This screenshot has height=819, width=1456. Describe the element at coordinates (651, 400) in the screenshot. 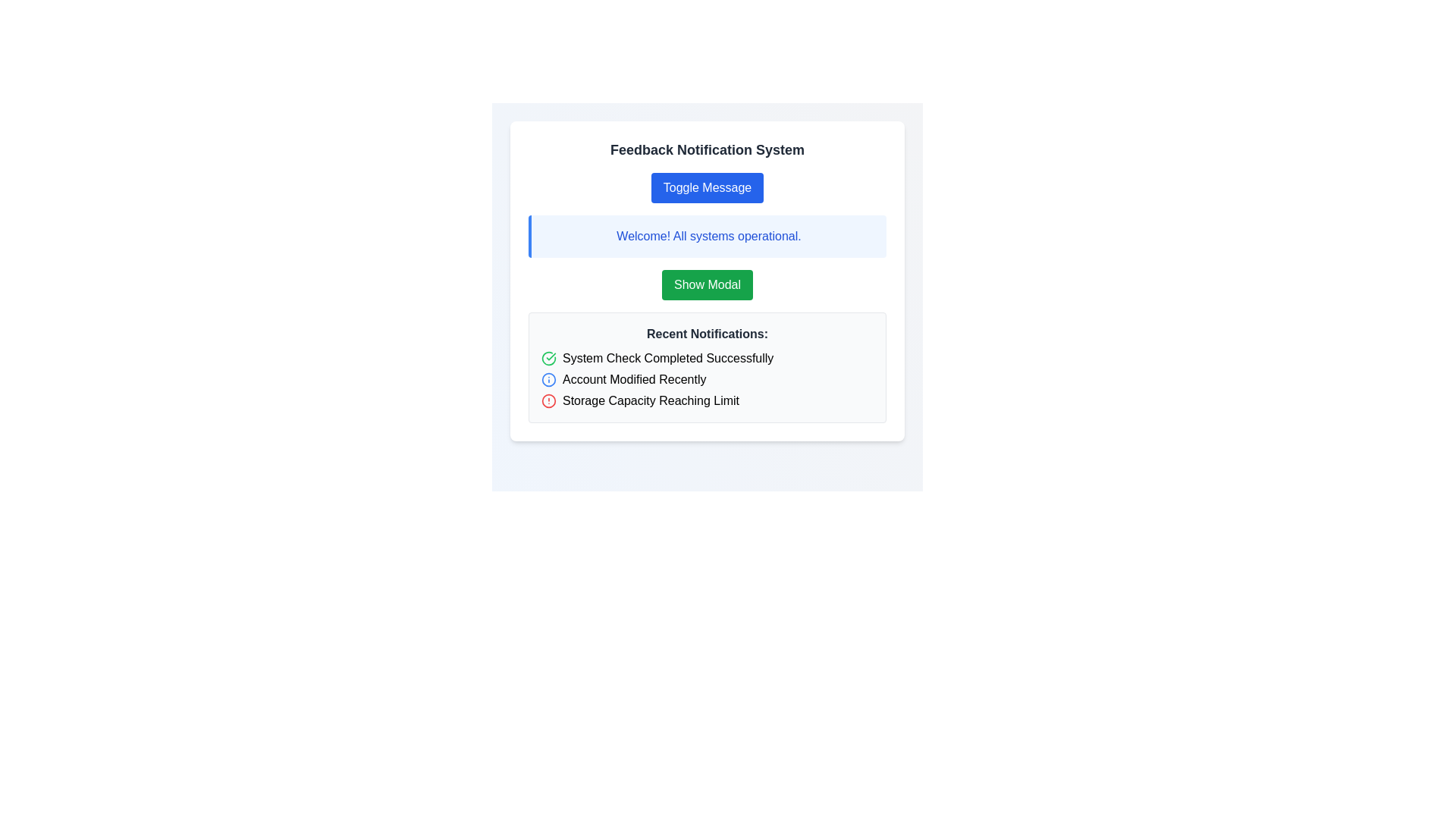

I see `the text label "Storage Capacity Reaching Limit"` at that location.